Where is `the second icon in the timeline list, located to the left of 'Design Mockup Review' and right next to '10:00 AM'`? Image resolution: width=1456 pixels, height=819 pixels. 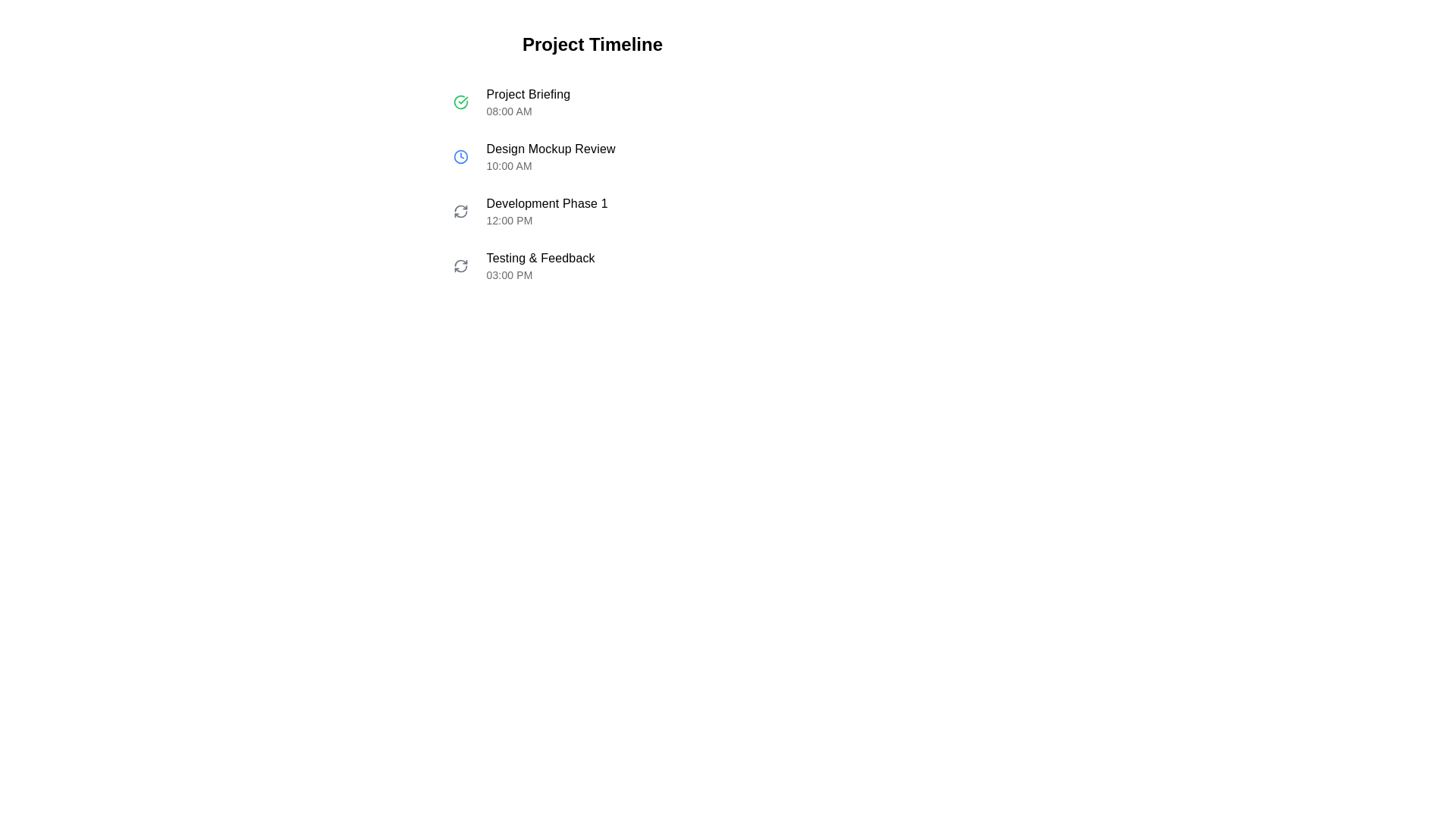
the second icon in the timeline list, located to the left of 'Design Mockup Review' and right next to '10:00 AM' is located at coordinates (460, 157).